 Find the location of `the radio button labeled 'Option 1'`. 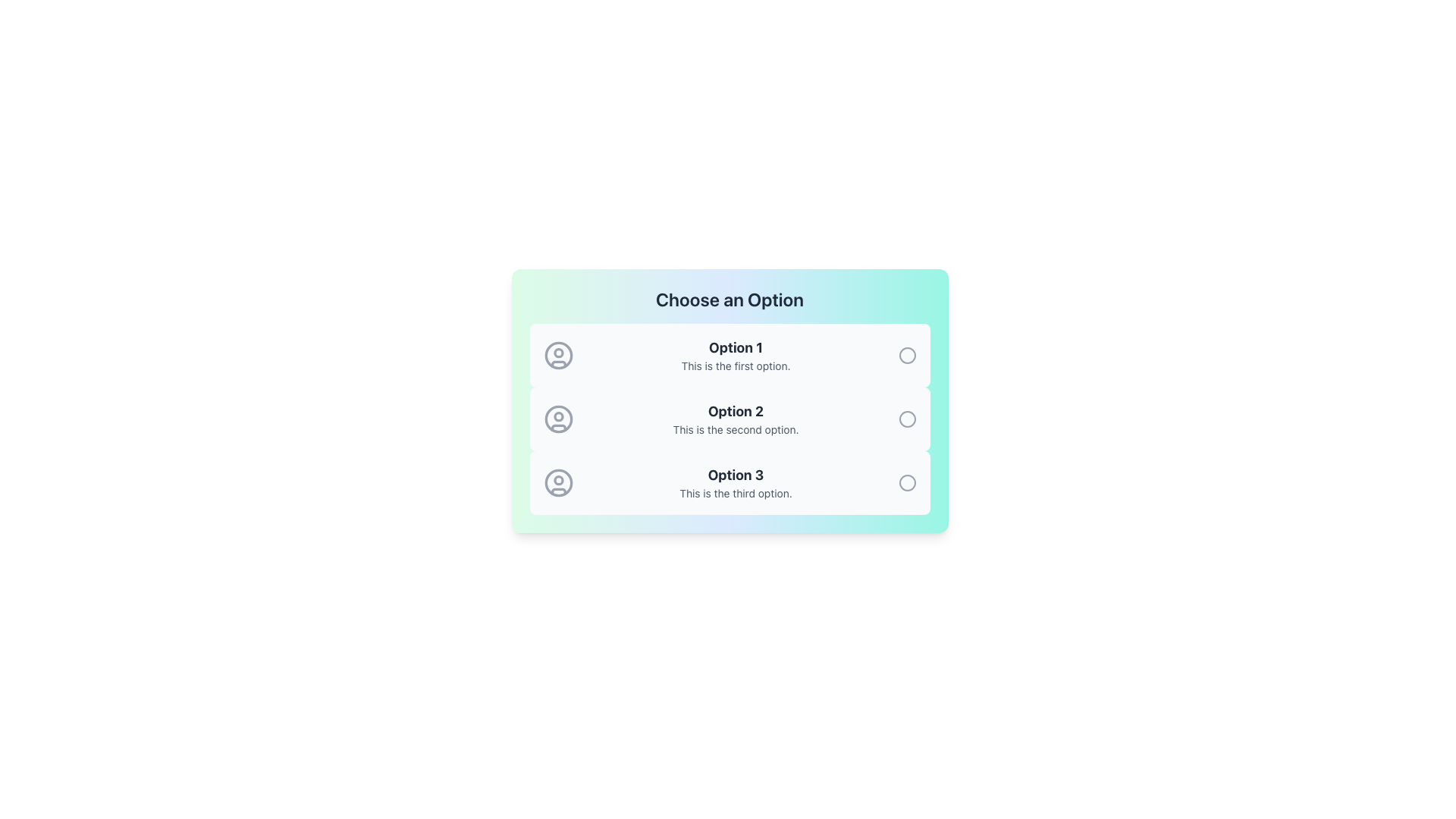

the radio button labeled 'Option 1' is located at coordinates (907, 356).